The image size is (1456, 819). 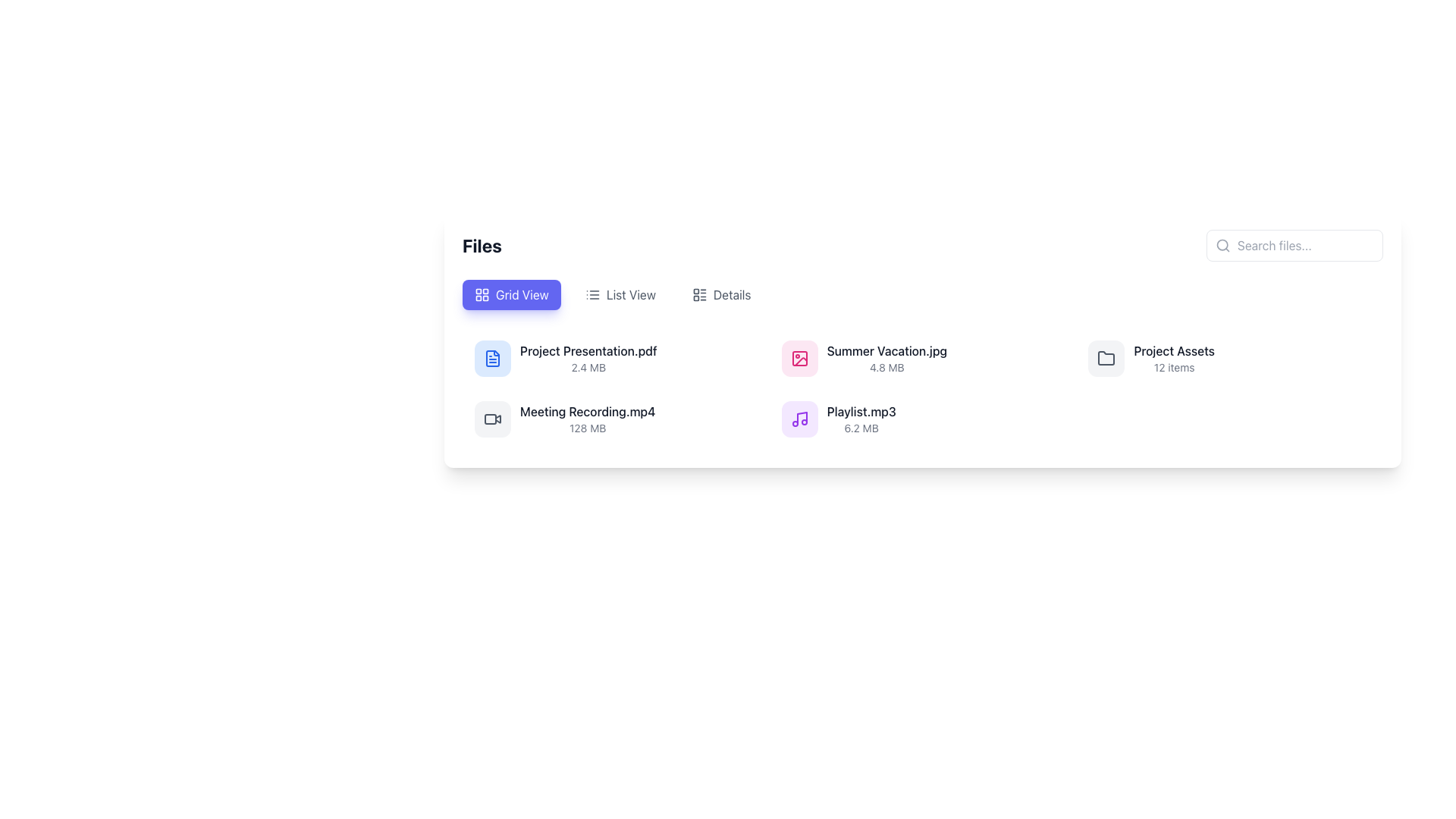 What do you see at coordinates (564, 419) in the screenshot?
I see `the video file entry located` at bounding box center [564, 419].